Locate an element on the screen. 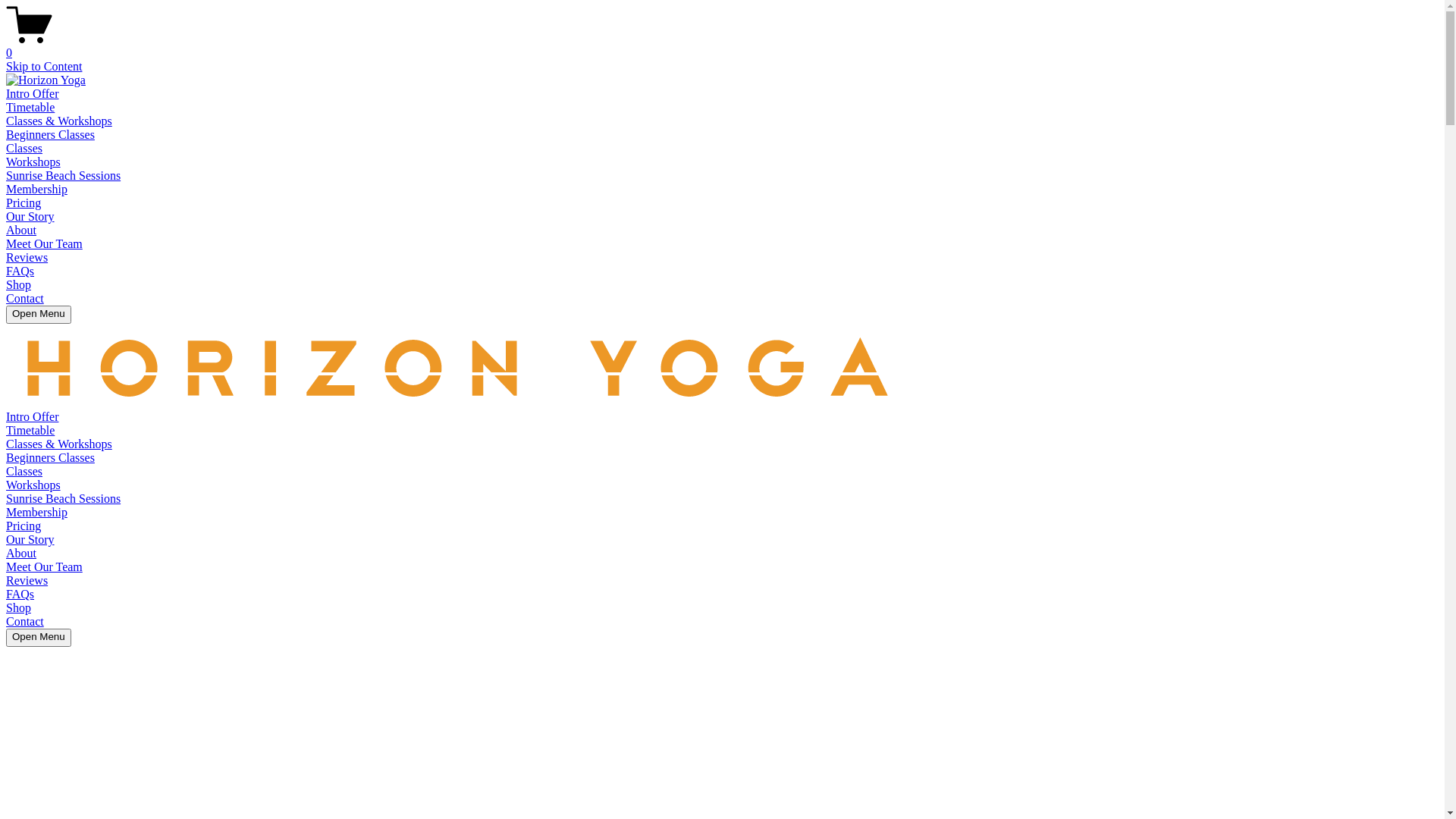 This screenshot has height=819, width=1456. 'Reviews' is located at coordinates (27, 580).